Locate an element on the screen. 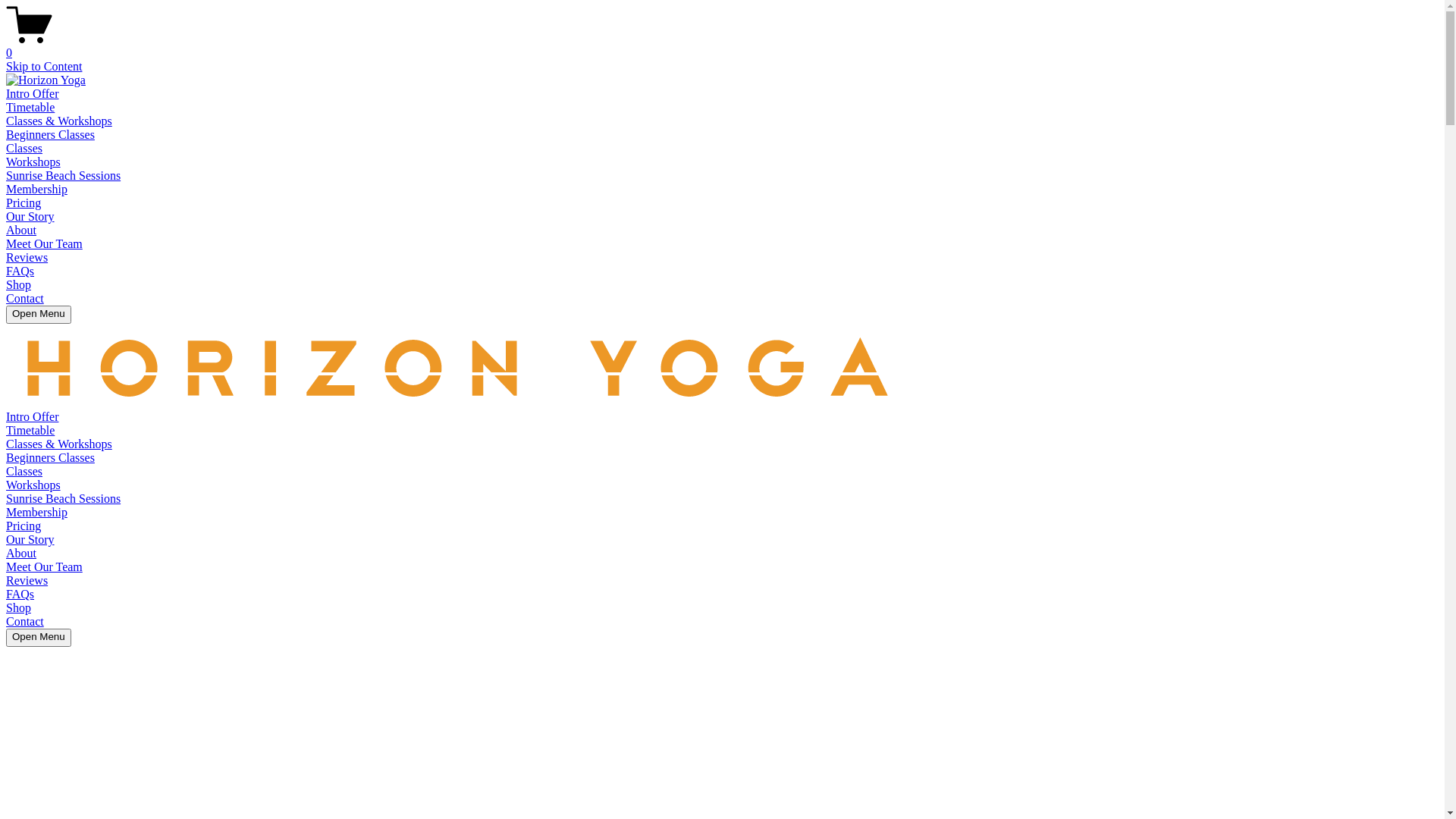 This screenshot has height=819, width=1456. 'Reviews' is located at coordinates (27, 580).